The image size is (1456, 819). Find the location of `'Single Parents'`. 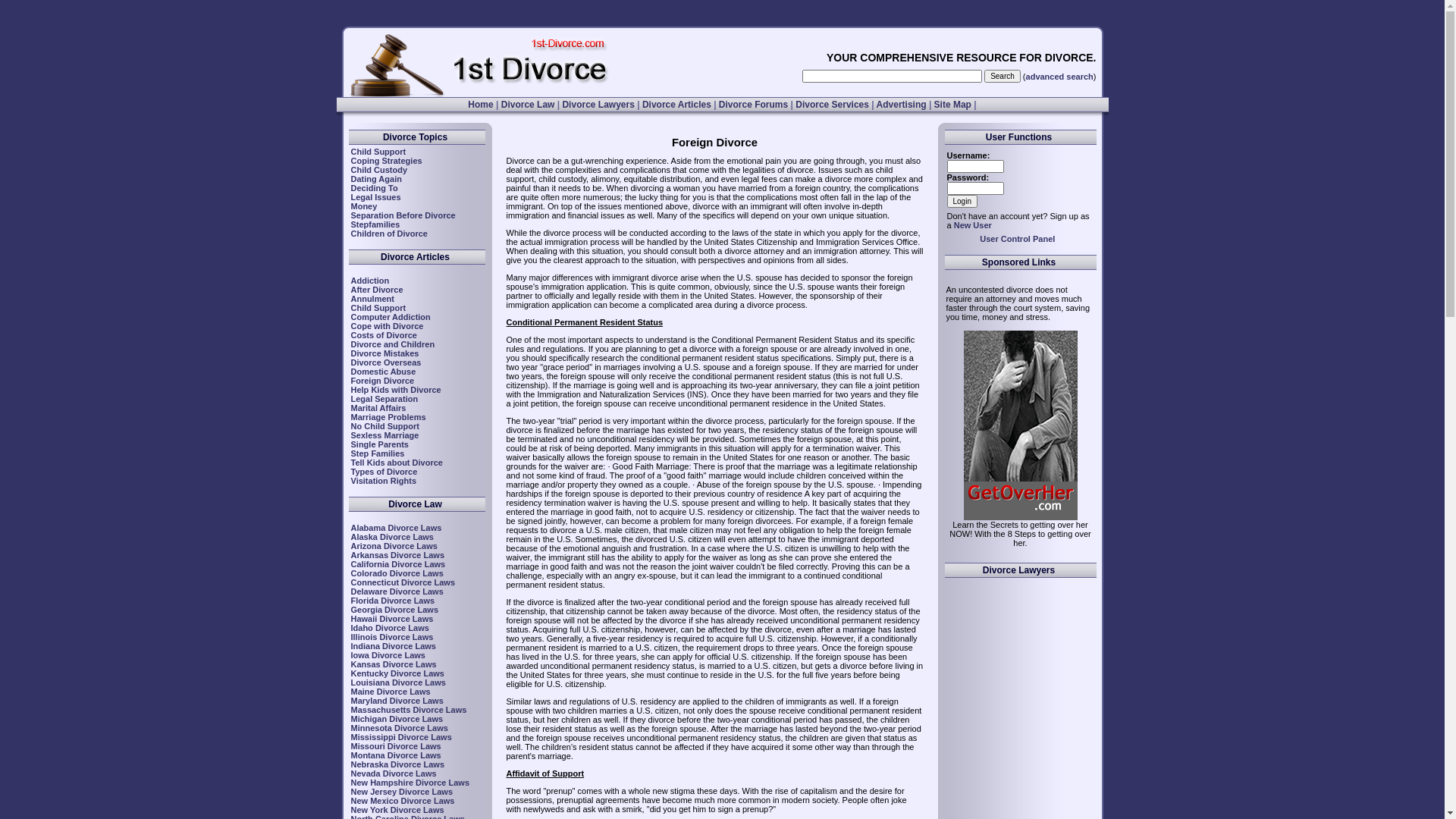

'Single Parents' is located at coordinates (378, 444).